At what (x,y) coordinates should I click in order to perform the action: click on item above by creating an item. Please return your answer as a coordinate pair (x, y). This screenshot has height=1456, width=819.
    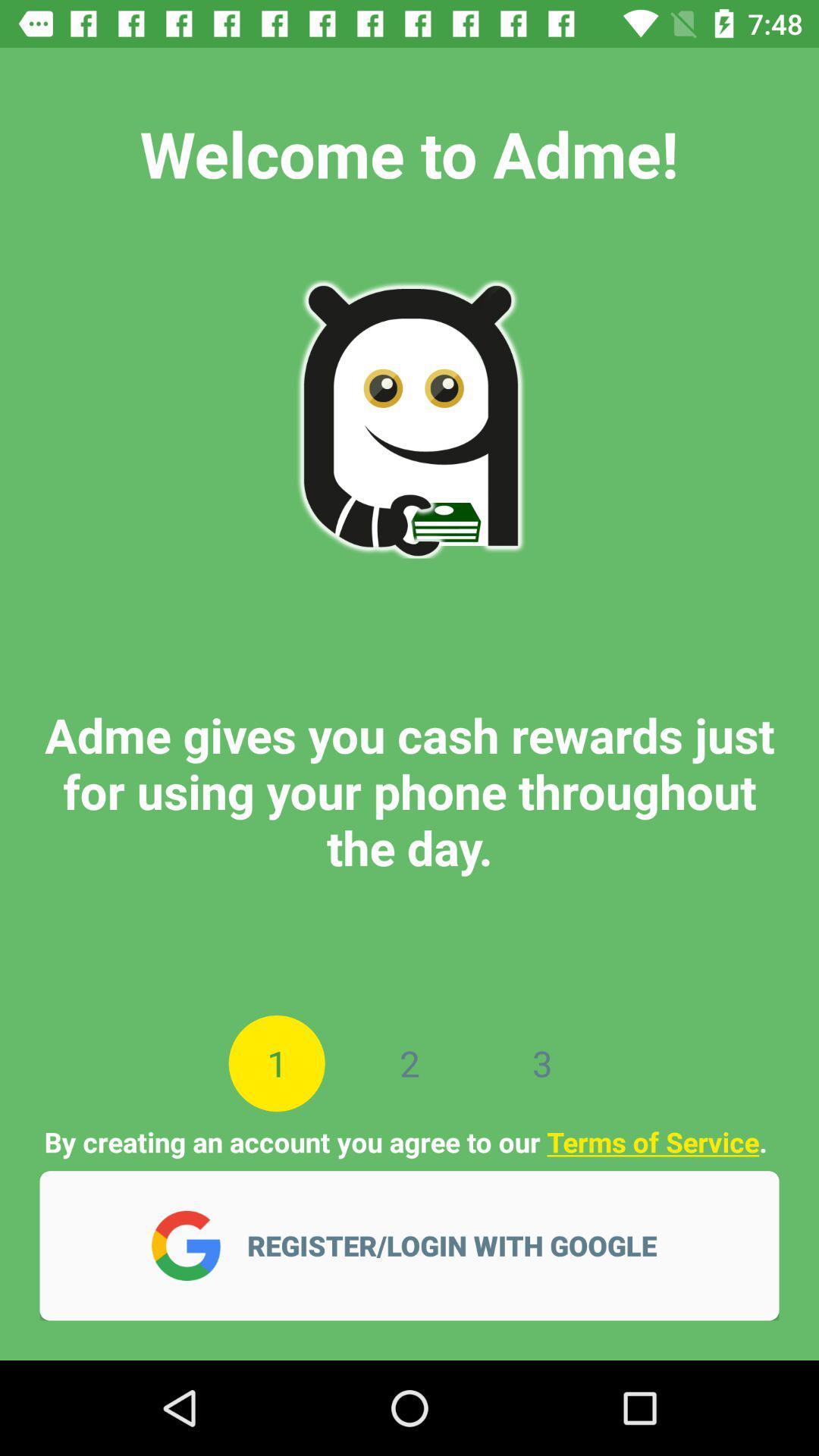
    Looking at the image, I should click on (277, 1062).